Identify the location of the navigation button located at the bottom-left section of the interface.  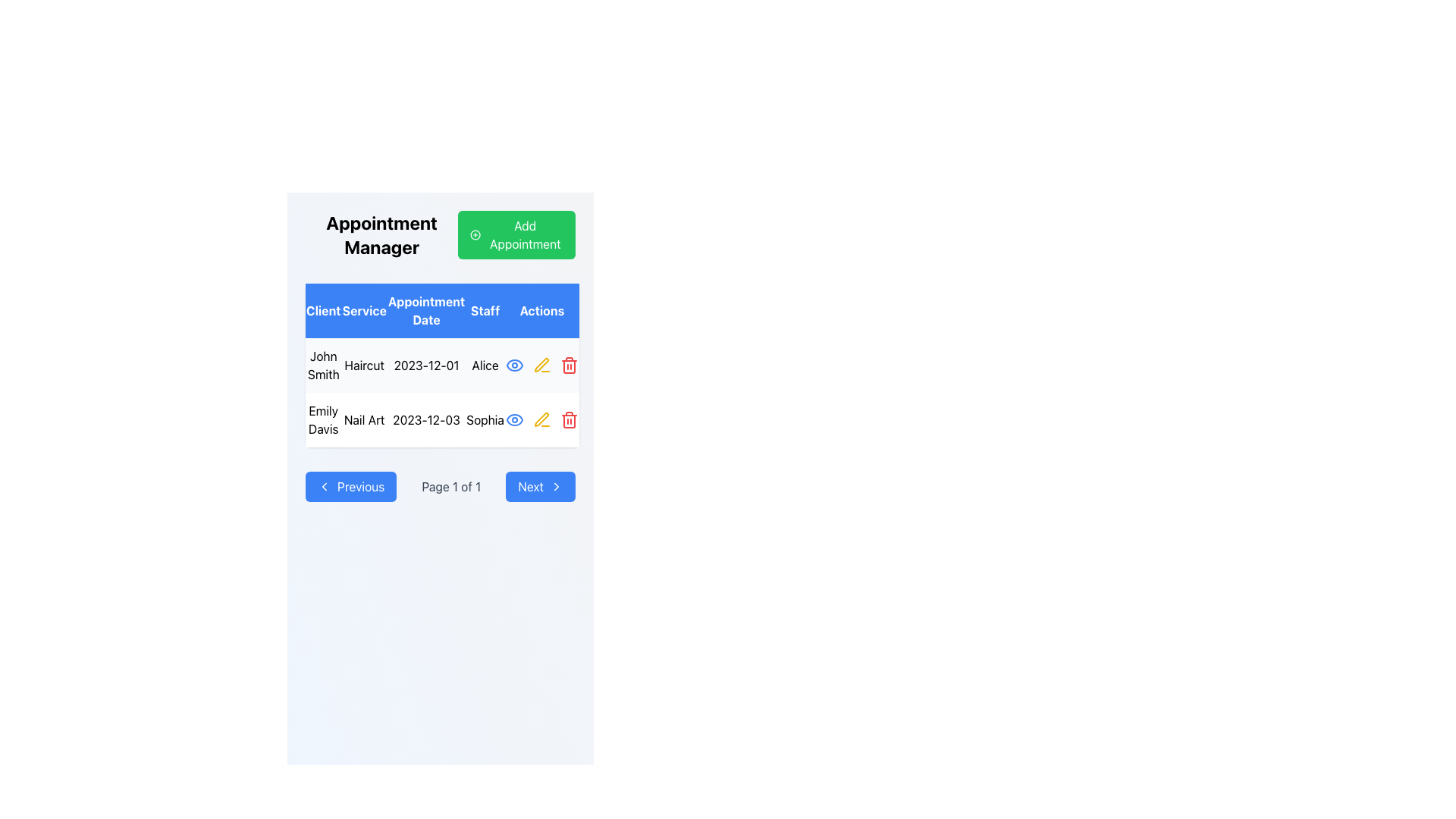
(350, 486).